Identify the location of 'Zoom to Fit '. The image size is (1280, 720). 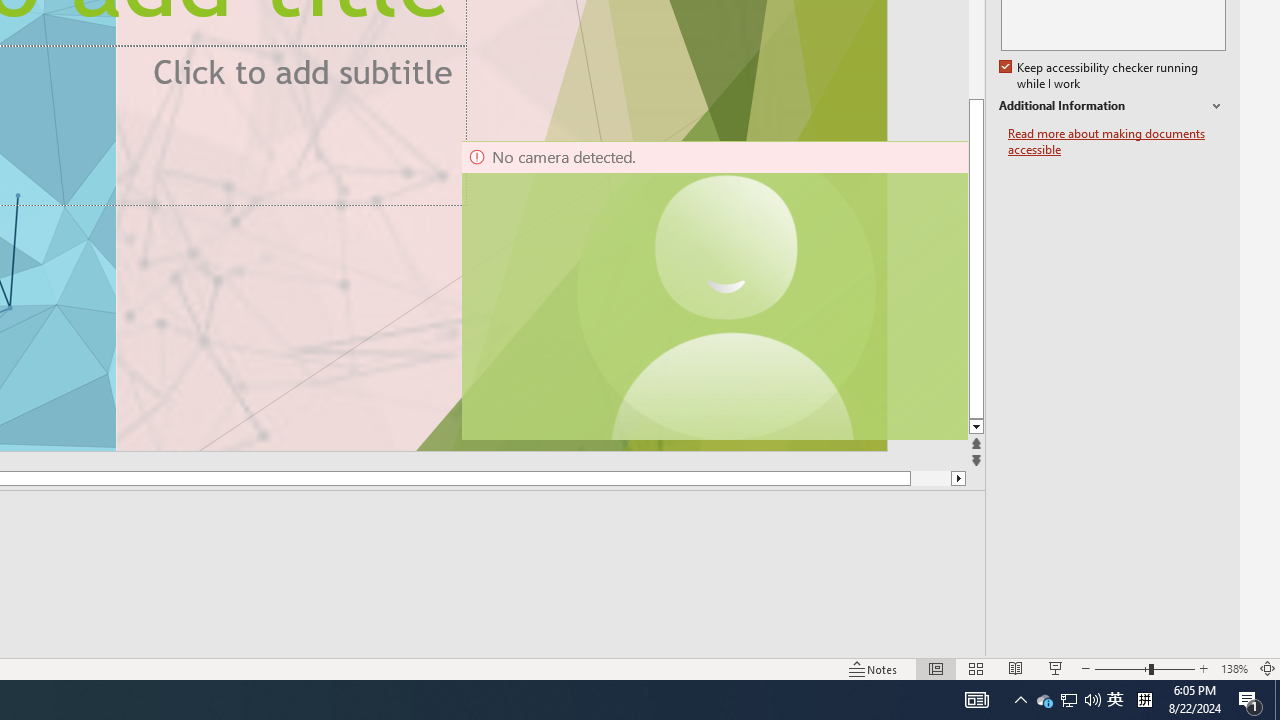
(1266, 669).